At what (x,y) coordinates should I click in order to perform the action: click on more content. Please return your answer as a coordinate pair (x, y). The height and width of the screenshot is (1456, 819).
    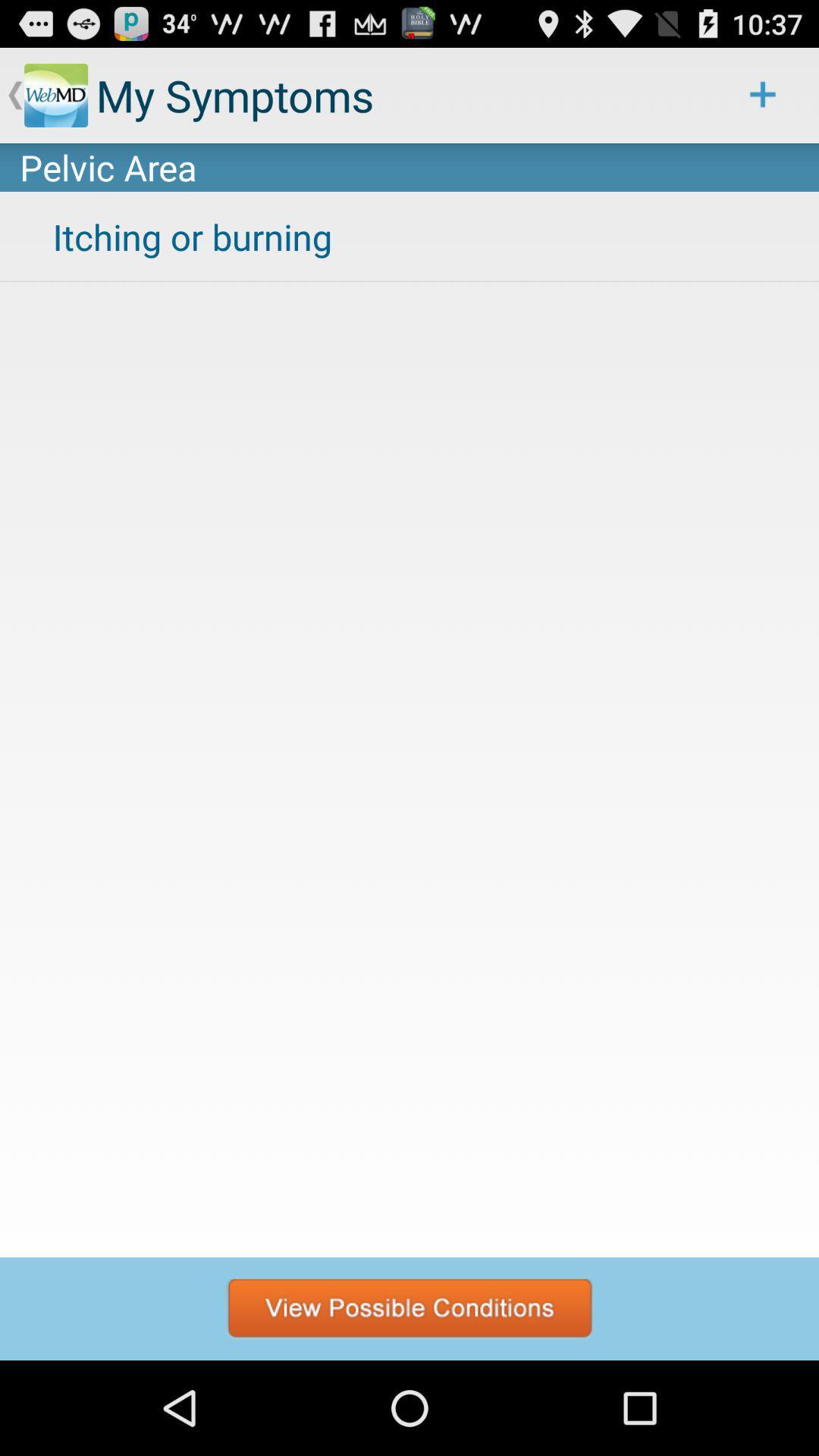
    Looking at the image, I should click on (409, 1308).